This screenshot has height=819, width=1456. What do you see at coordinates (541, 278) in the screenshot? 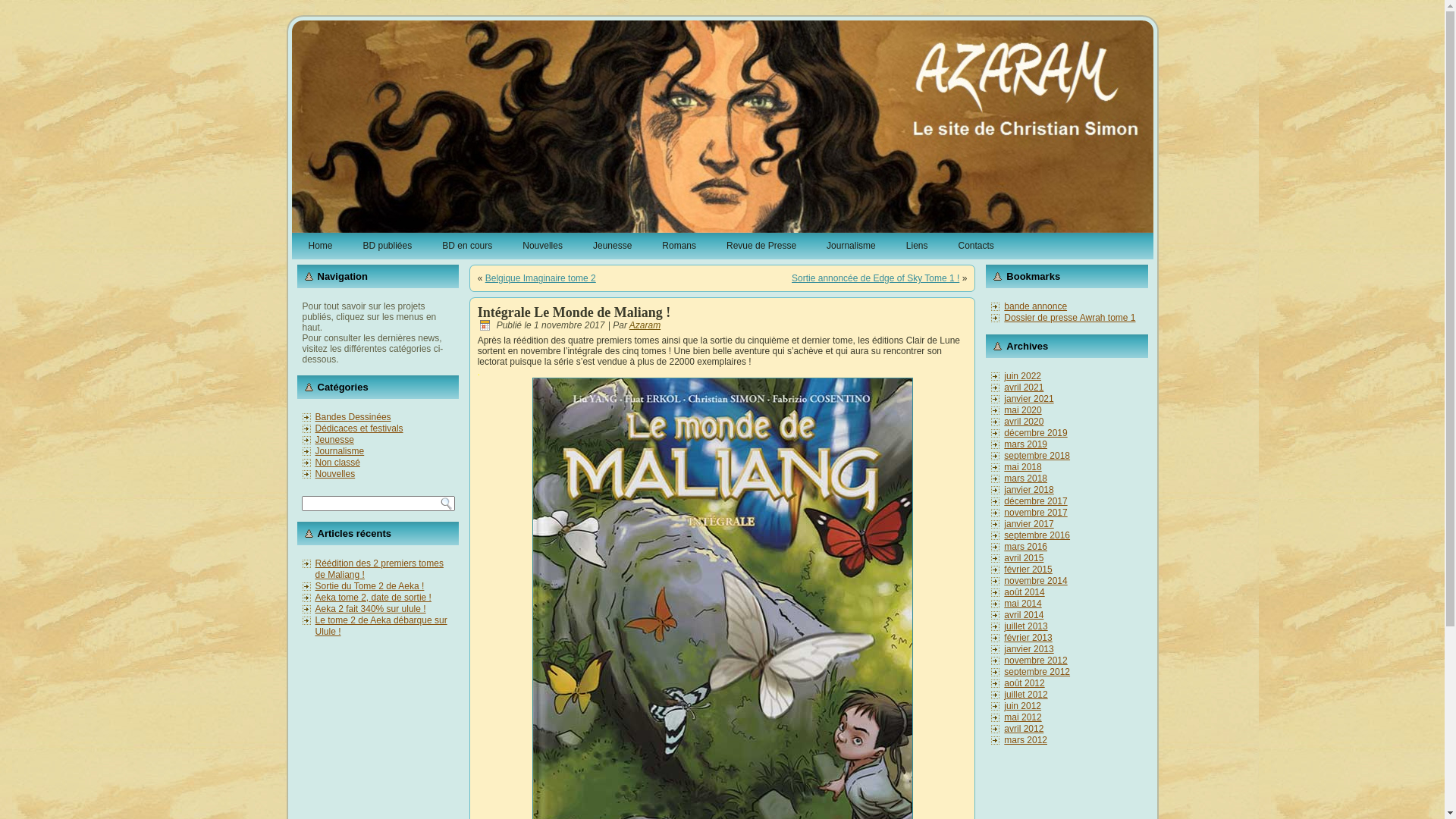
I see `'Belgique Imaginaire tome 2'` at bounding box center [541, 278].